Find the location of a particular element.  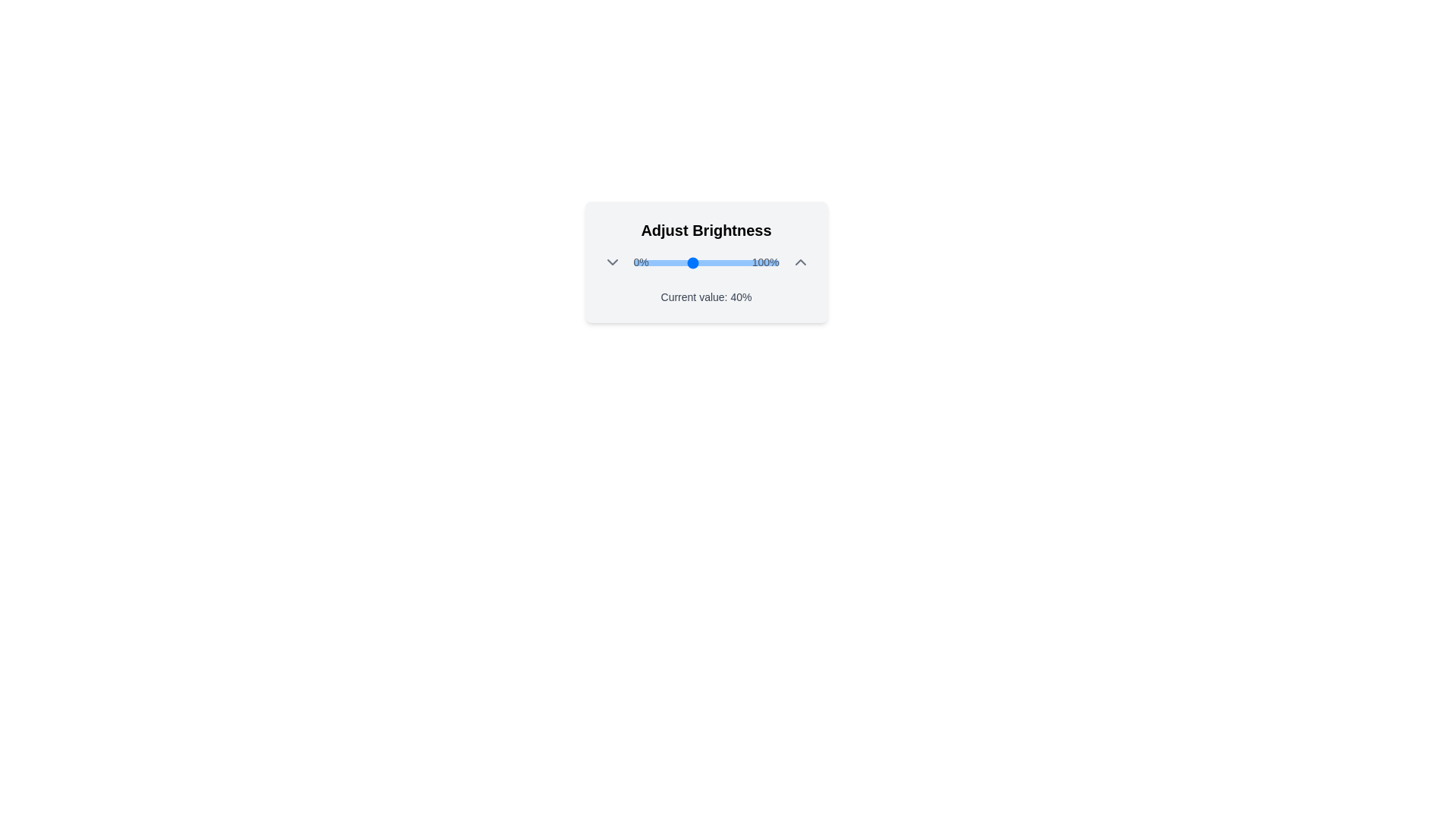

brightness is located at coordinates (695, 262).